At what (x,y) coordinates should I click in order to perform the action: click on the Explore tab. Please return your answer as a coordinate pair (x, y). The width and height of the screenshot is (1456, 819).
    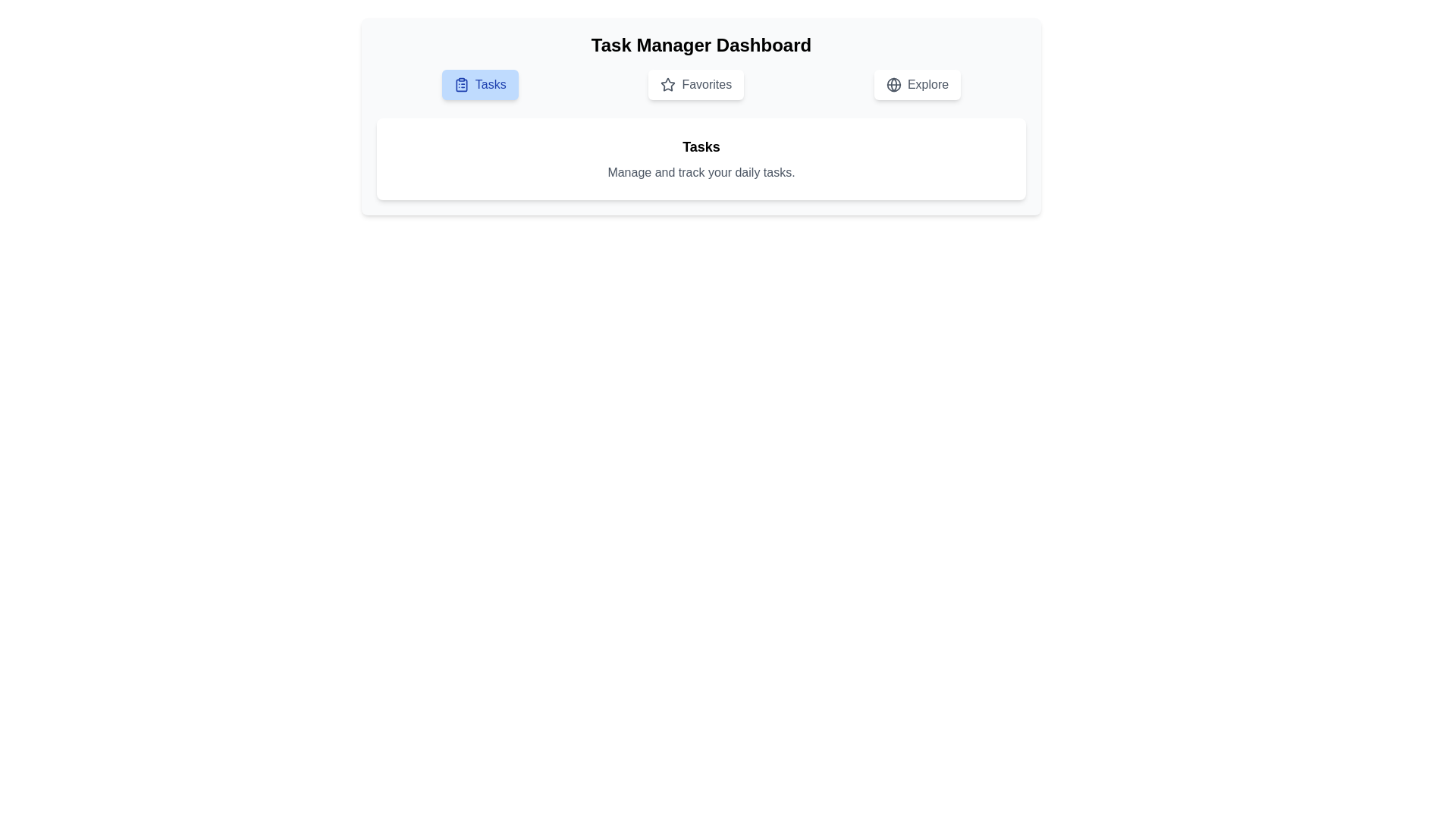
    Looking at the image, I should click on (916, 84).